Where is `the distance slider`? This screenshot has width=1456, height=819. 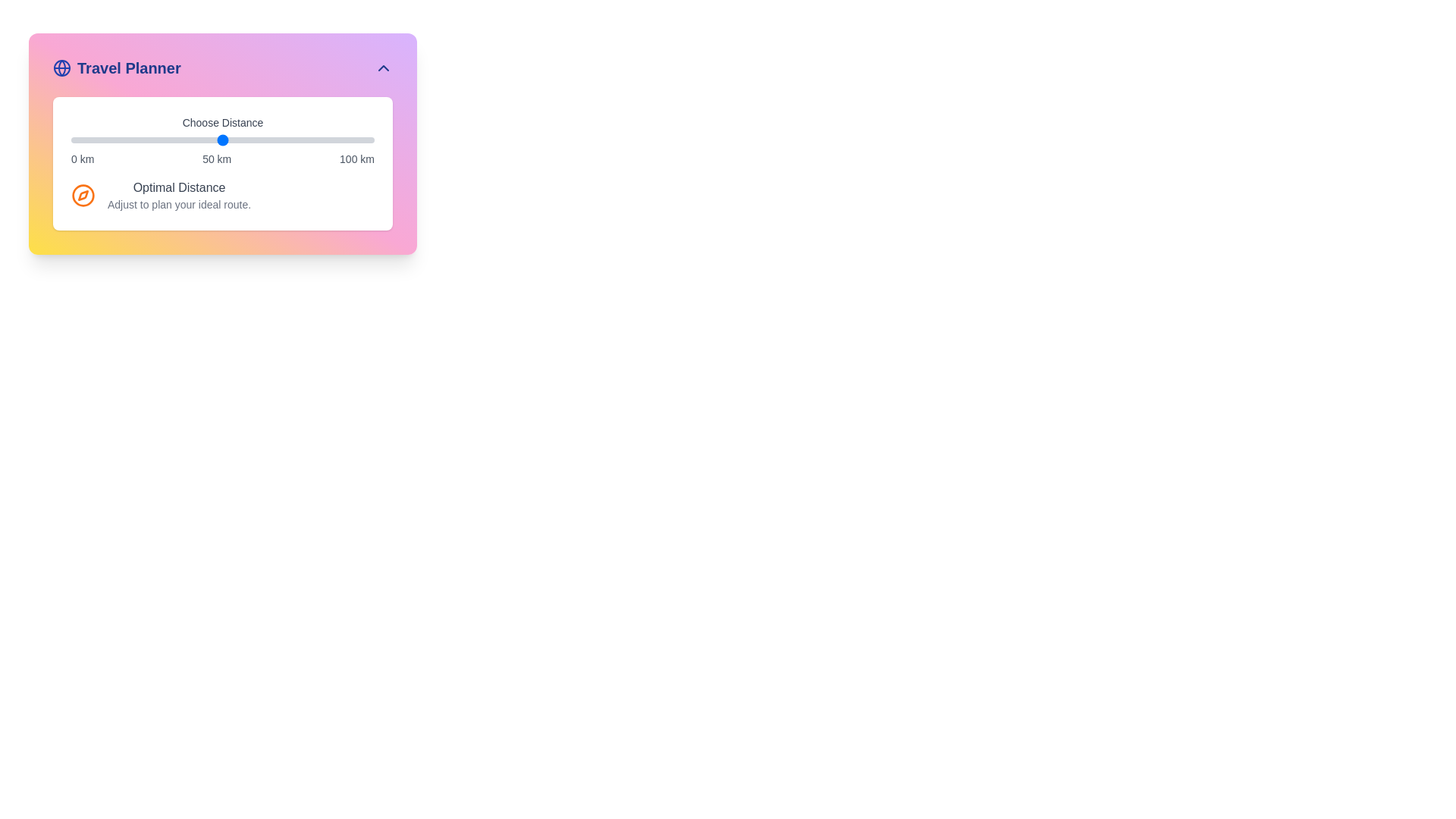 the distance slider is located at coordinates (171, 140).